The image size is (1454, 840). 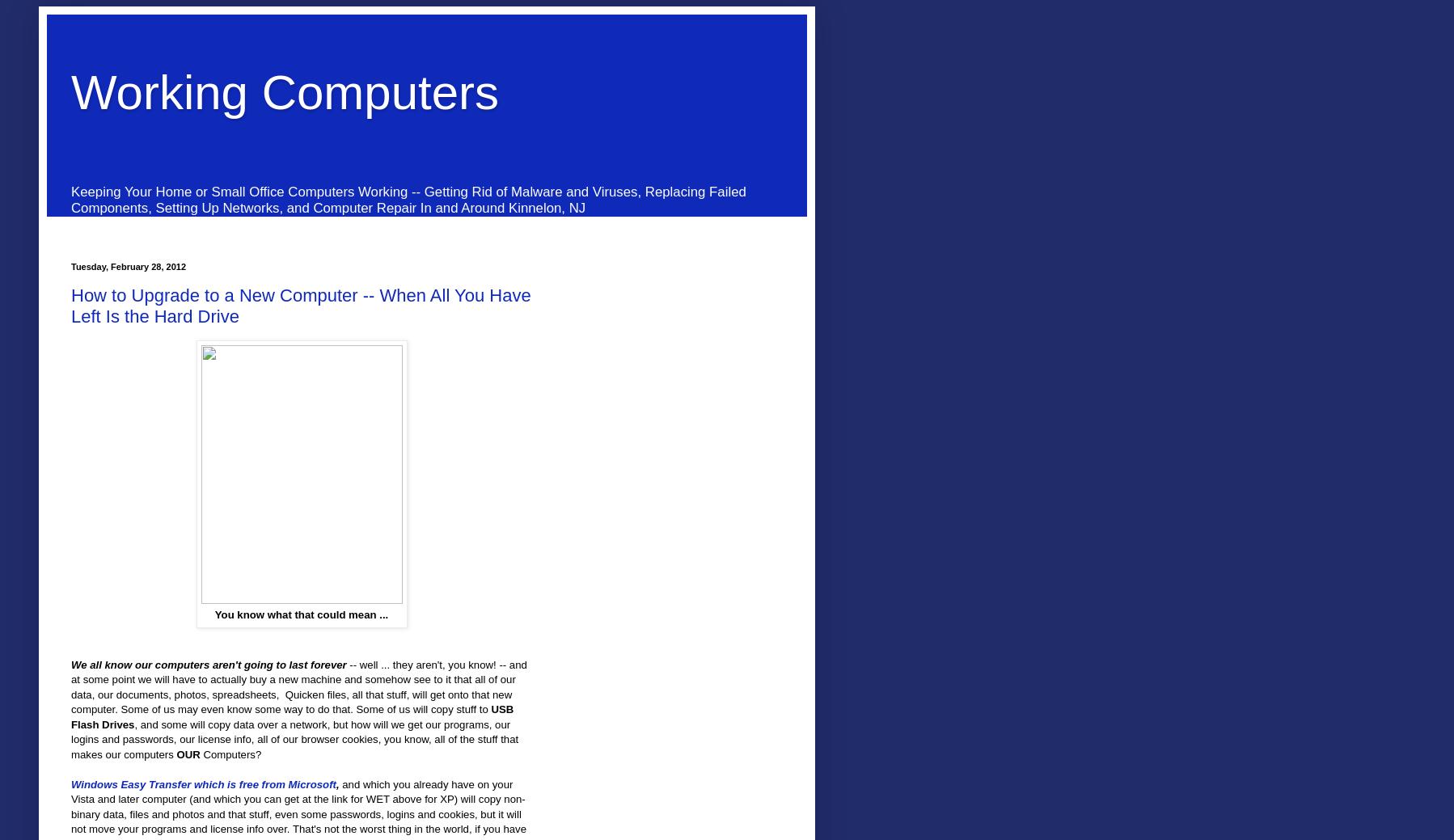 What do you see at coordinates (294, 739) in the screenshot?
I see `', and some will copy data over a network, but how will we get our programs, our logins and passwords, our license info, all of our browser cookies, you know, all of the stuff that makes our computers'` at bounding box center [294, 739].